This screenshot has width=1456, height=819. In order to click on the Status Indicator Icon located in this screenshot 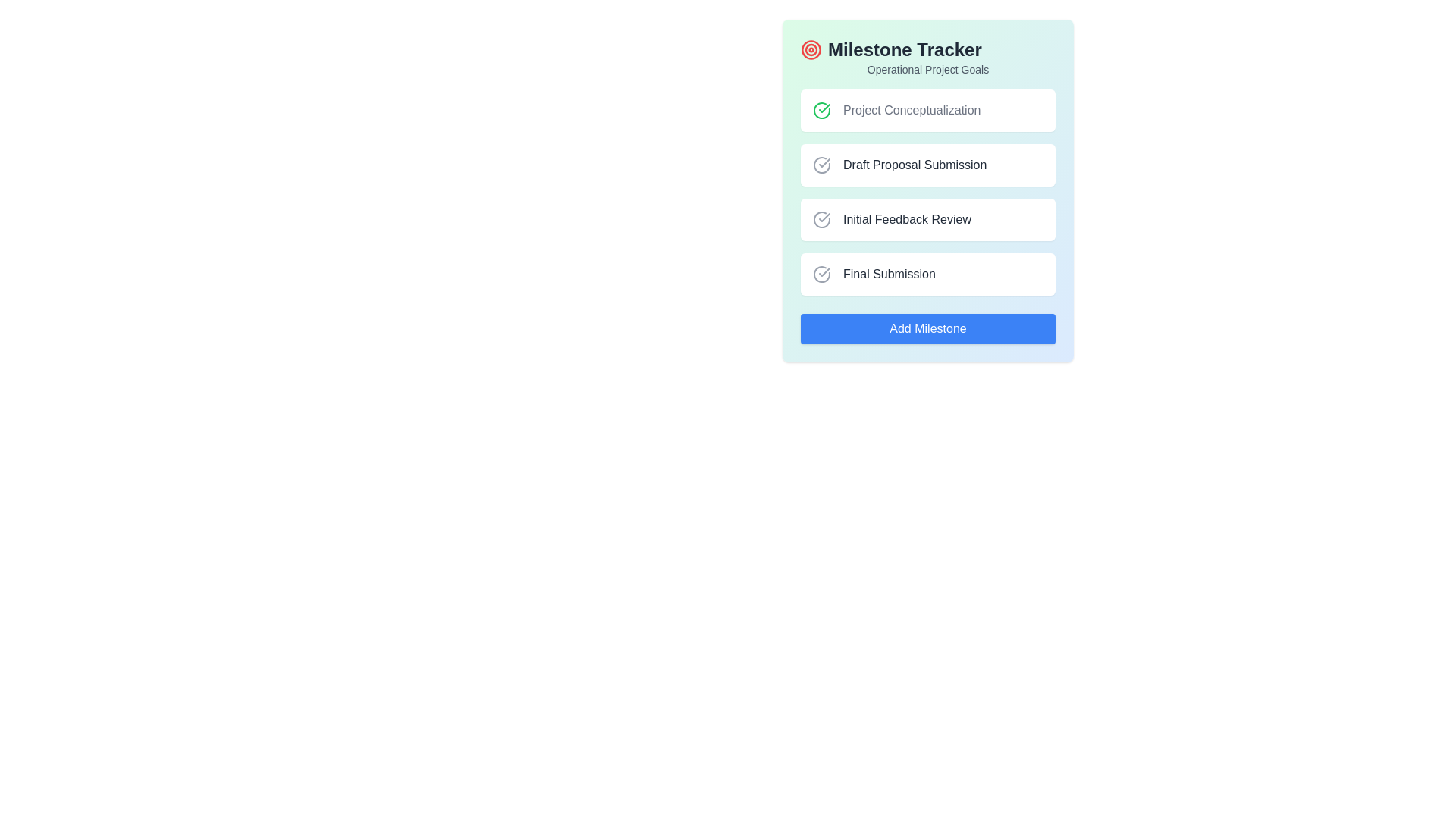, I will do `click(821, 275)`.